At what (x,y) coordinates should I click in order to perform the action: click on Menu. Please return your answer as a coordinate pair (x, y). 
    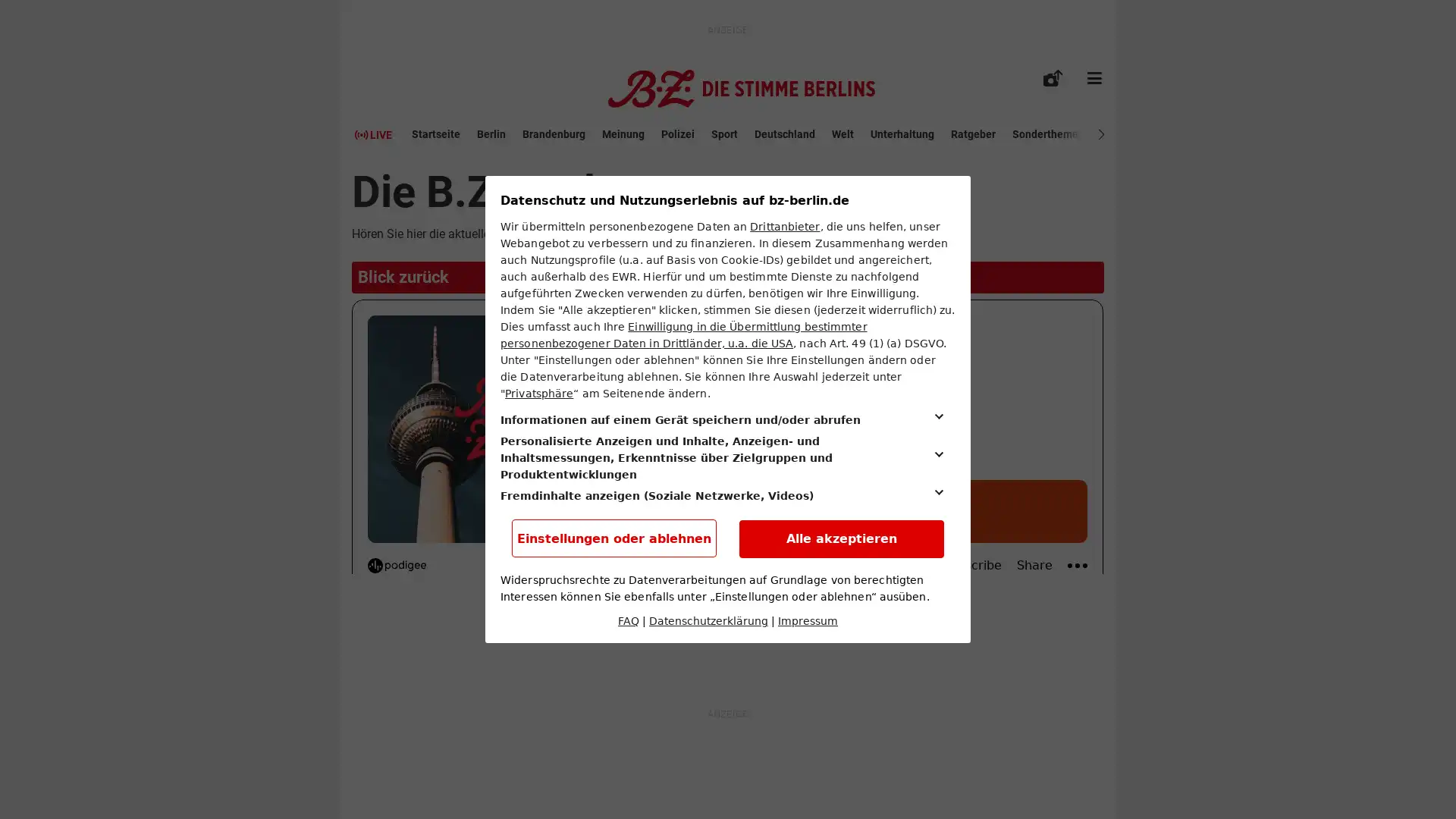
    Looking at the image, I should click on (1094, 78).